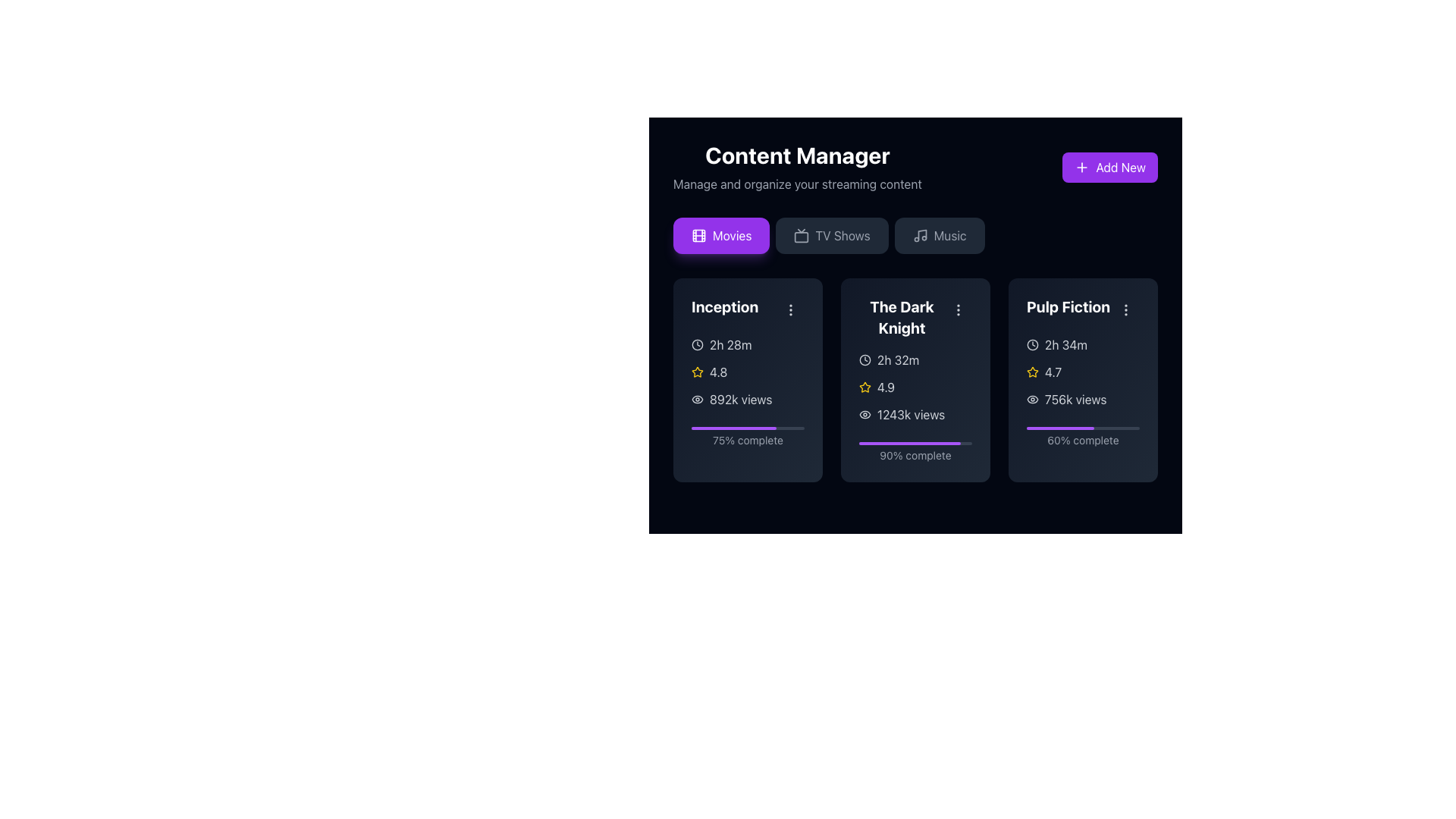 The image size is (1456, 819). Describe the element at coordinates (1082, 345) in the screenshot. I see `the runtime or duration label for the movie 'Pulp Fiction', located at the upper section of its card, specifically in the first information row` at that location.